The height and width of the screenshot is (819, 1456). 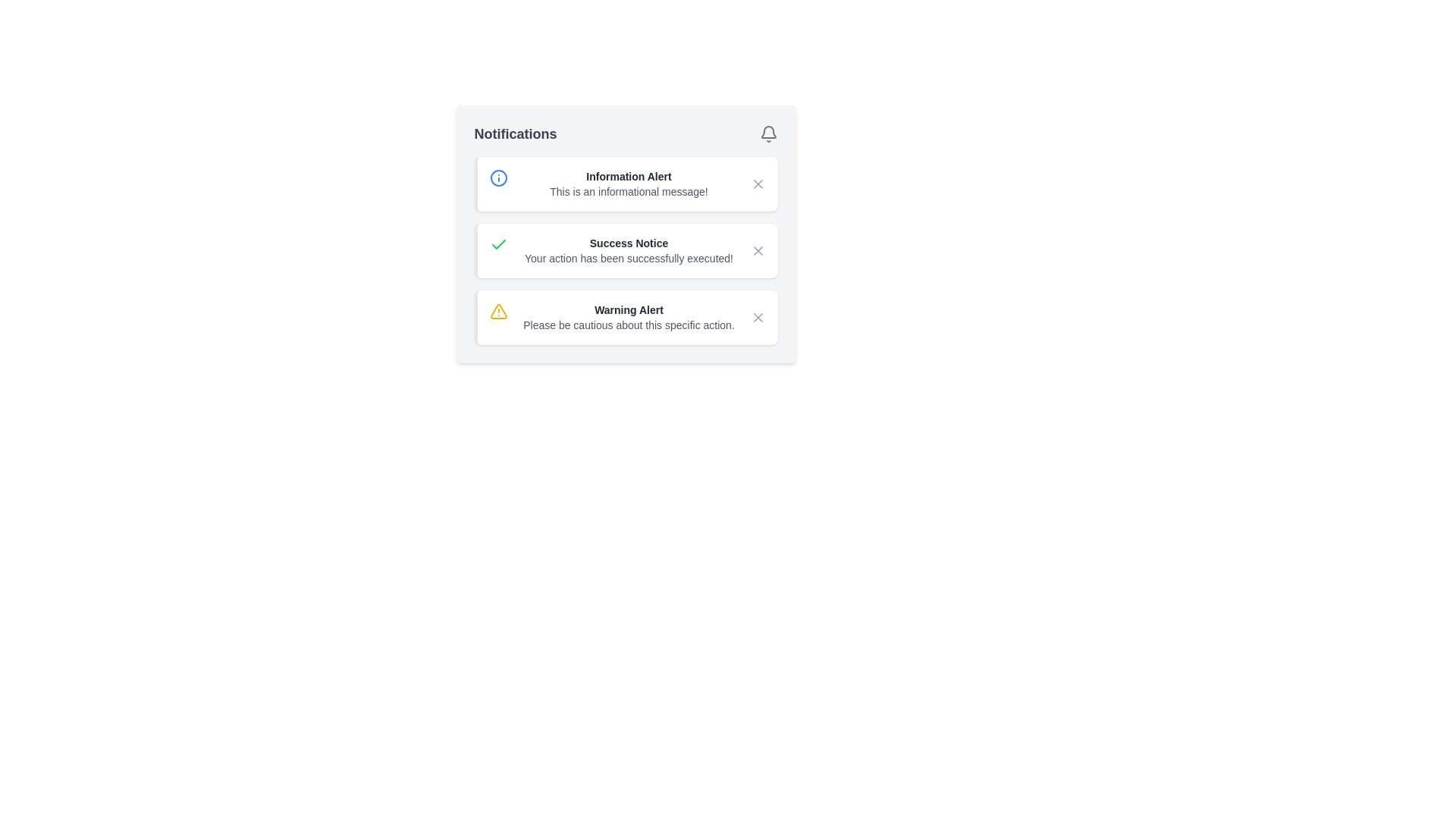 I want to click on the Decorative warning triangle icon located inside the third notification tile, positioned to the left of the 'Warning Alert' text, so click(x=498, y=310).